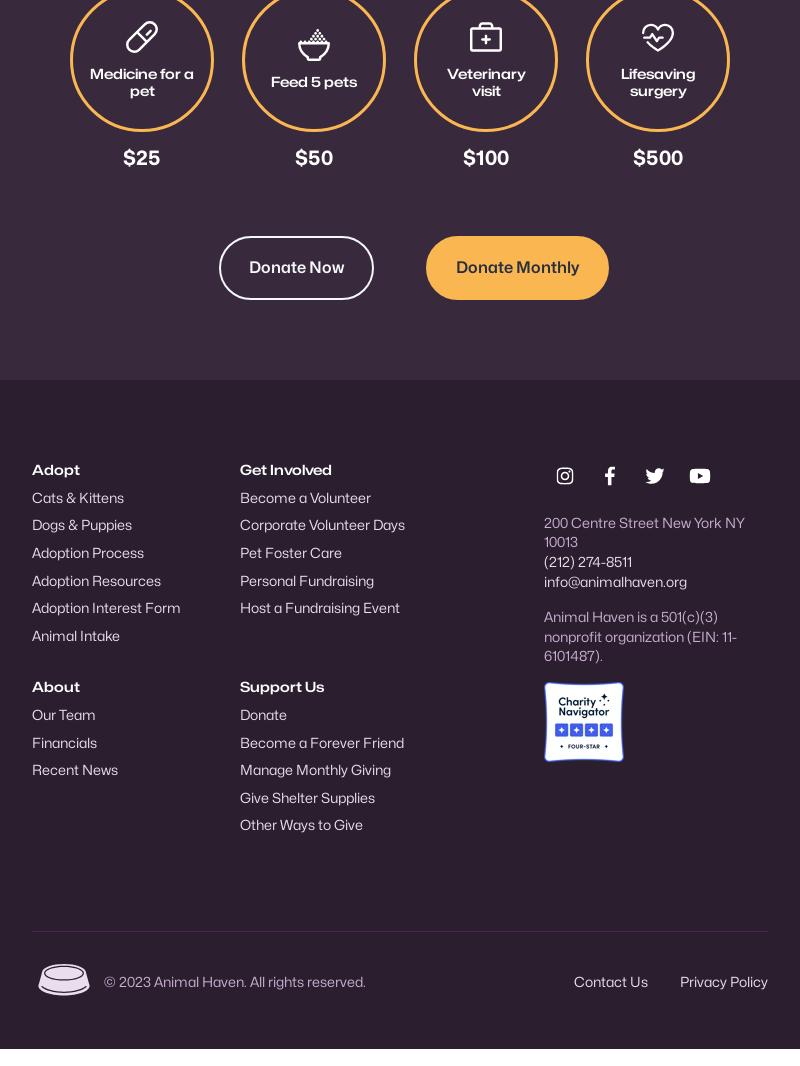 The width and height of the screenshot is (800, 1066). What do you see at coordinates (121, 156) in the screenshot?
I see `'$25'` at bounding box center [121, 156].